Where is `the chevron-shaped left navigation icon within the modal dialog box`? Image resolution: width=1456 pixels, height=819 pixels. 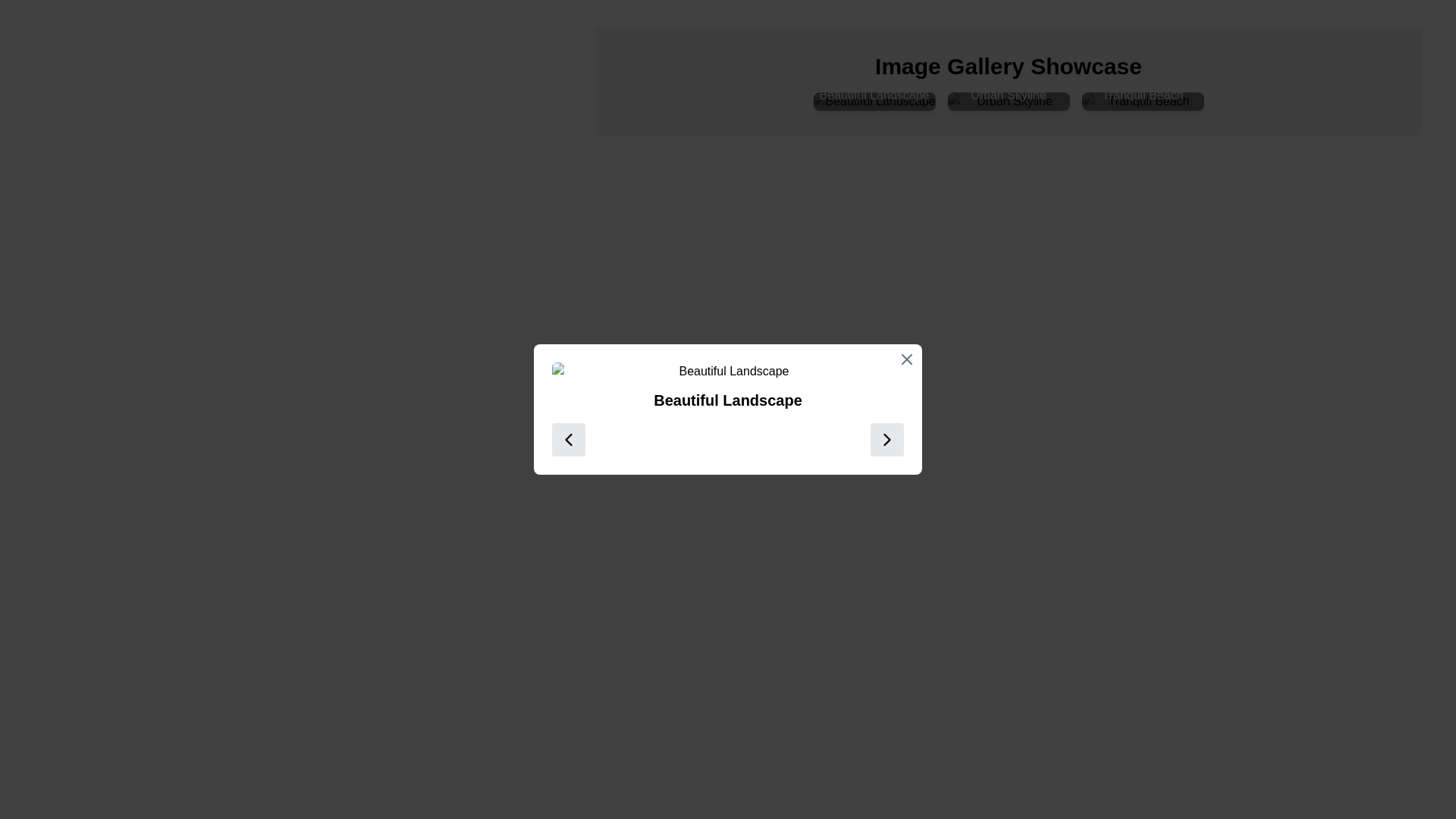 the chevron-shaped left navigation icon within the modal dialog box is located at coordinates (567, 439).